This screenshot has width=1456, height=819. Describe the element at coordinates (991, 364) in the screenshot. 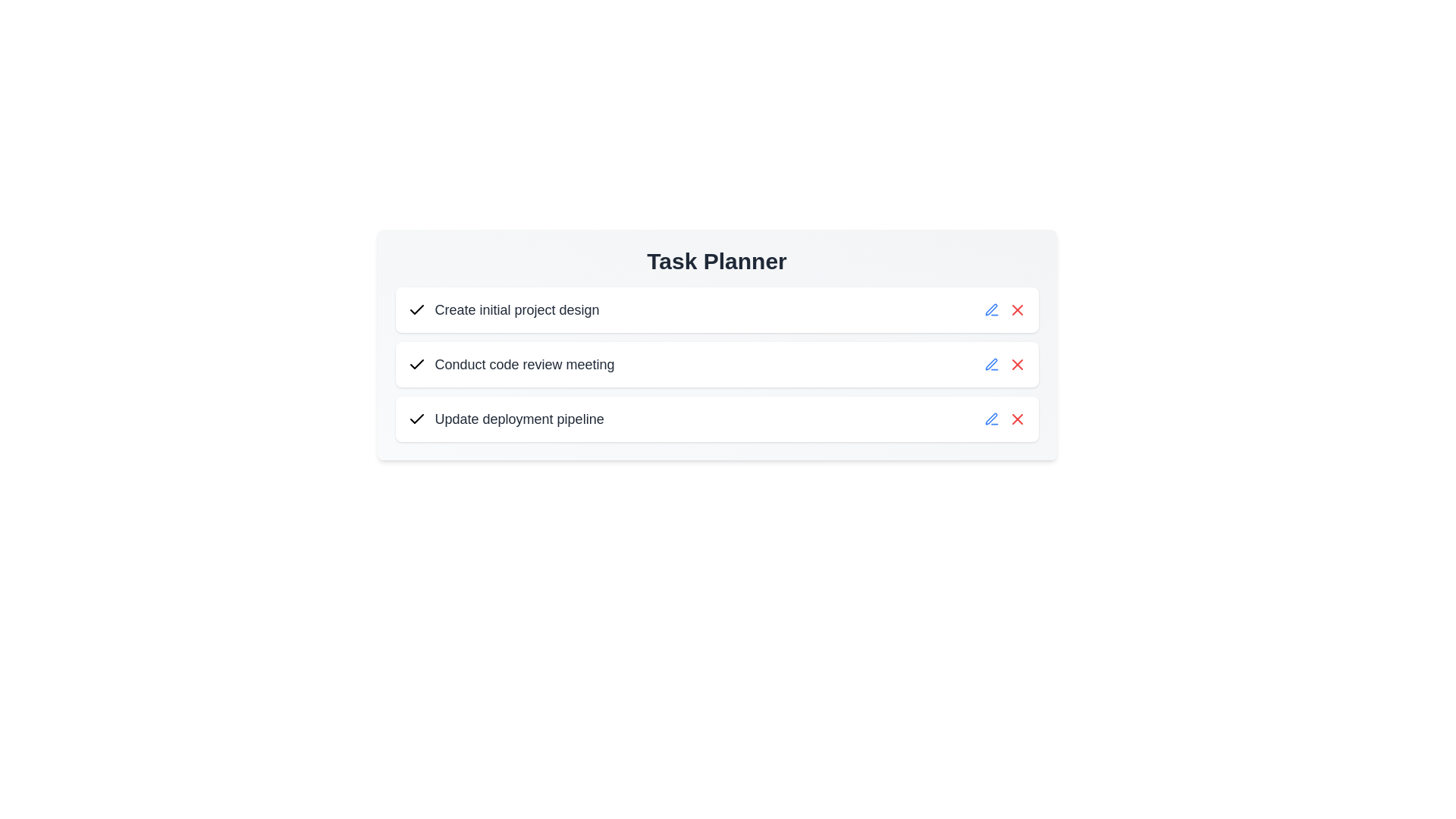

I see `the blue pen icon used for editing, located next to the task labeled 'Conduct code review meeting'` at that location.